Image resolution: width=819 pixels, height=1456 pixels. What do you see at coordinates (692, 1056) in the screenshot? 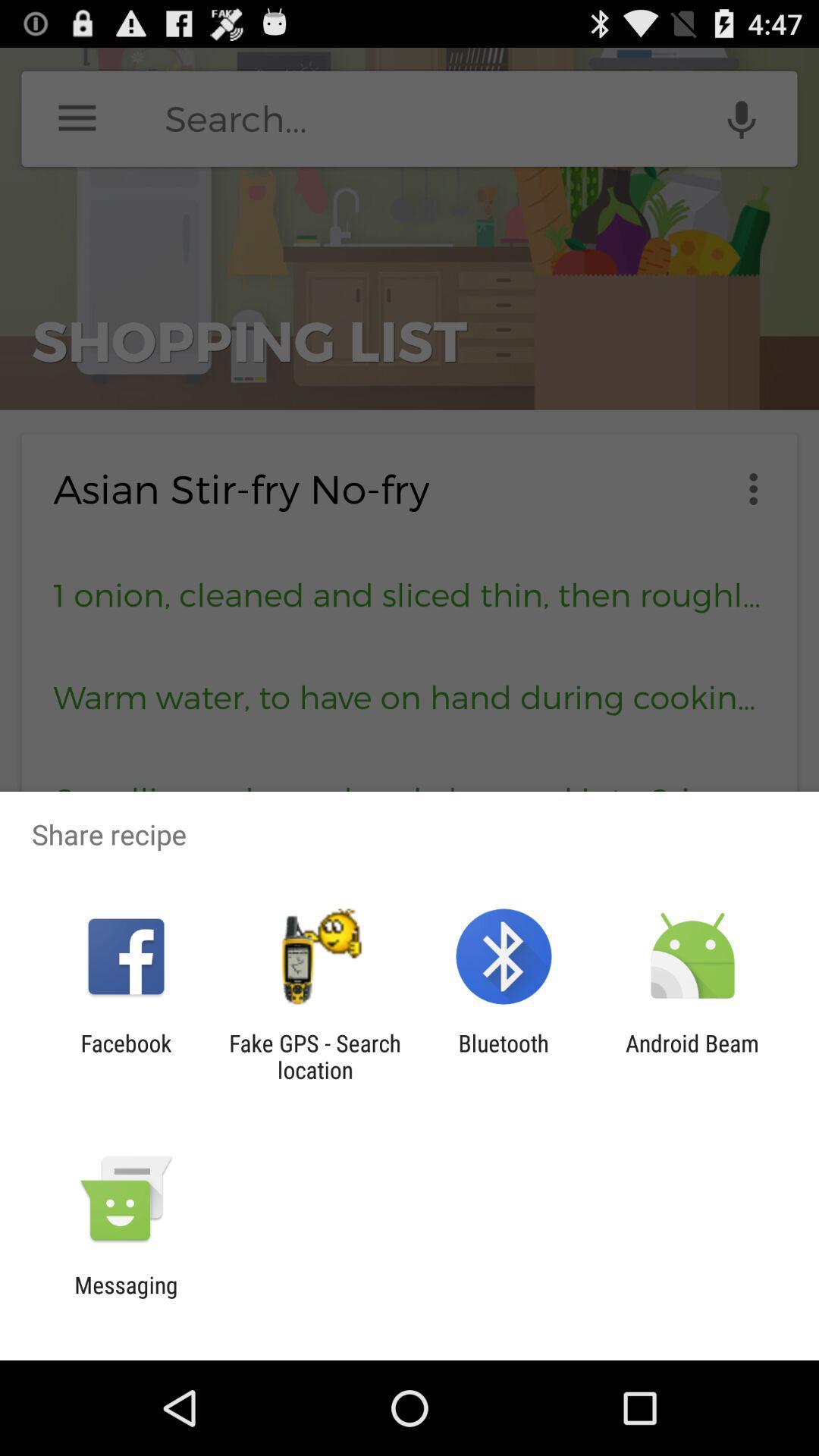
I see `the android beam item` at bounding box center [692, 1056].